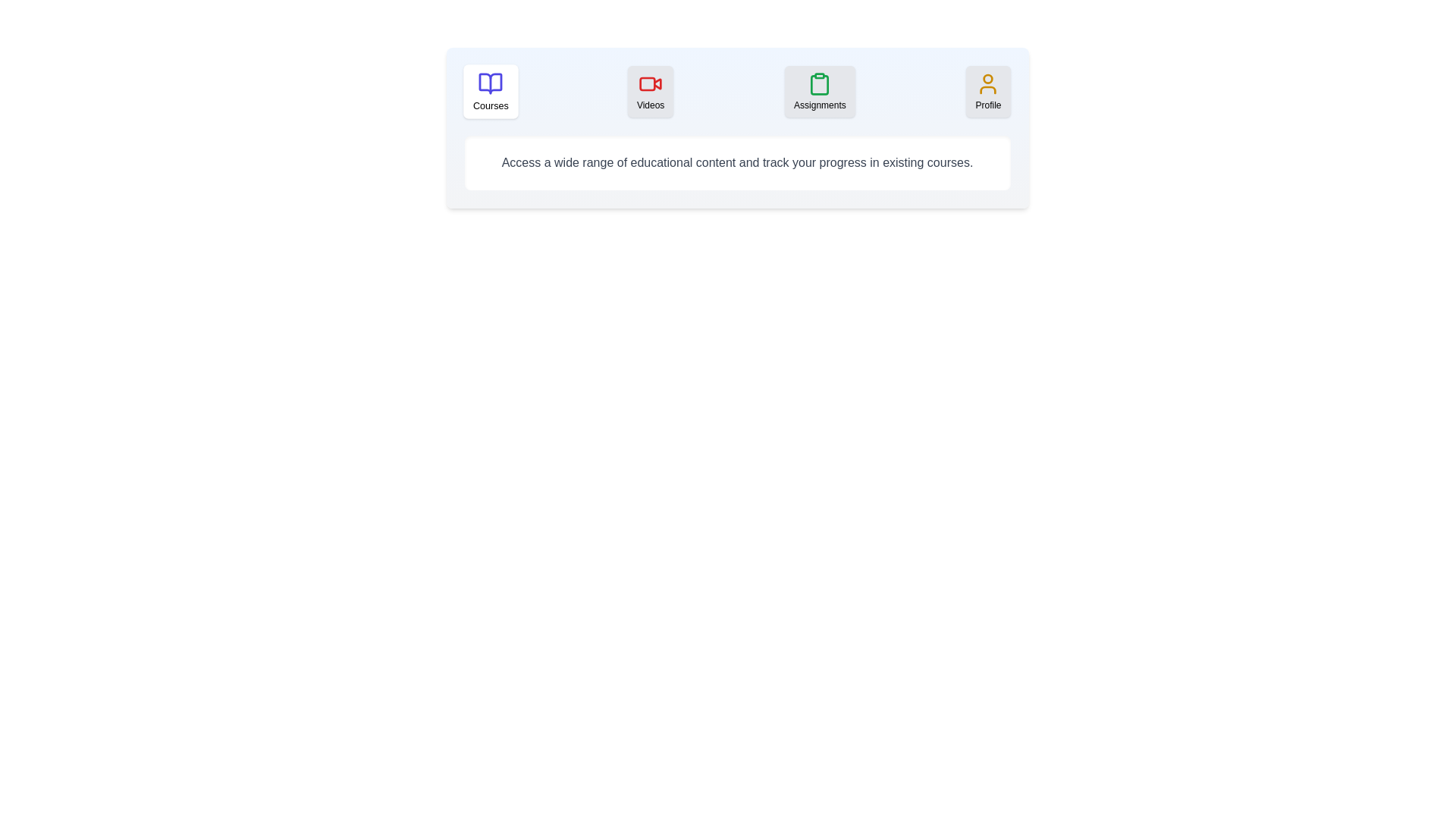  I want to click on the tab labeled Assignments, so click(819, 91).